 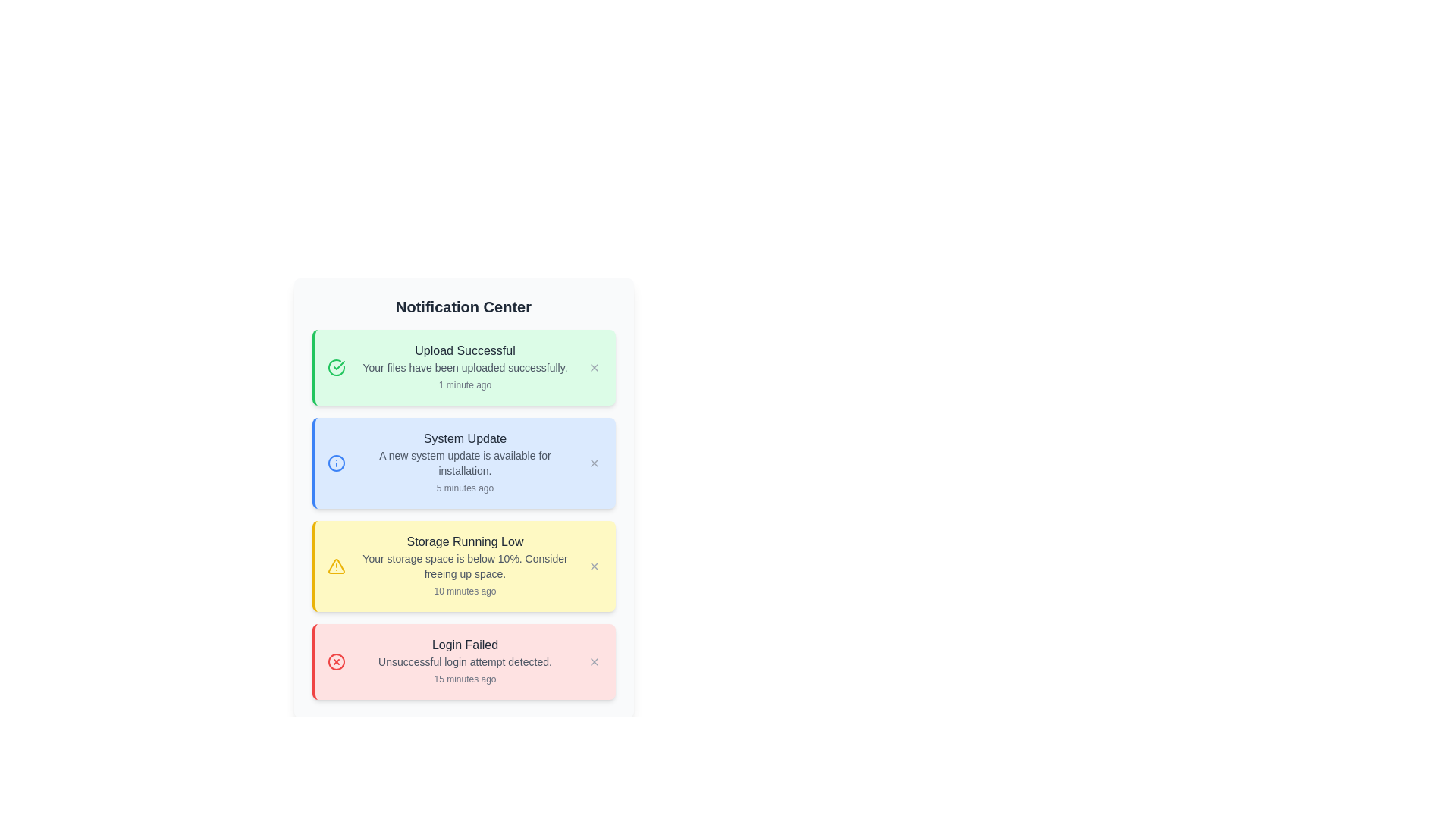 What do you see at coordinates (464, 661) in the screenshot?
I see `the text label displaying 'Unsuccessful login attempt detected.' which is located in the 'Login Failed' notification, positioned below the title 'Login Failed'` at bounding box center [464, 661].